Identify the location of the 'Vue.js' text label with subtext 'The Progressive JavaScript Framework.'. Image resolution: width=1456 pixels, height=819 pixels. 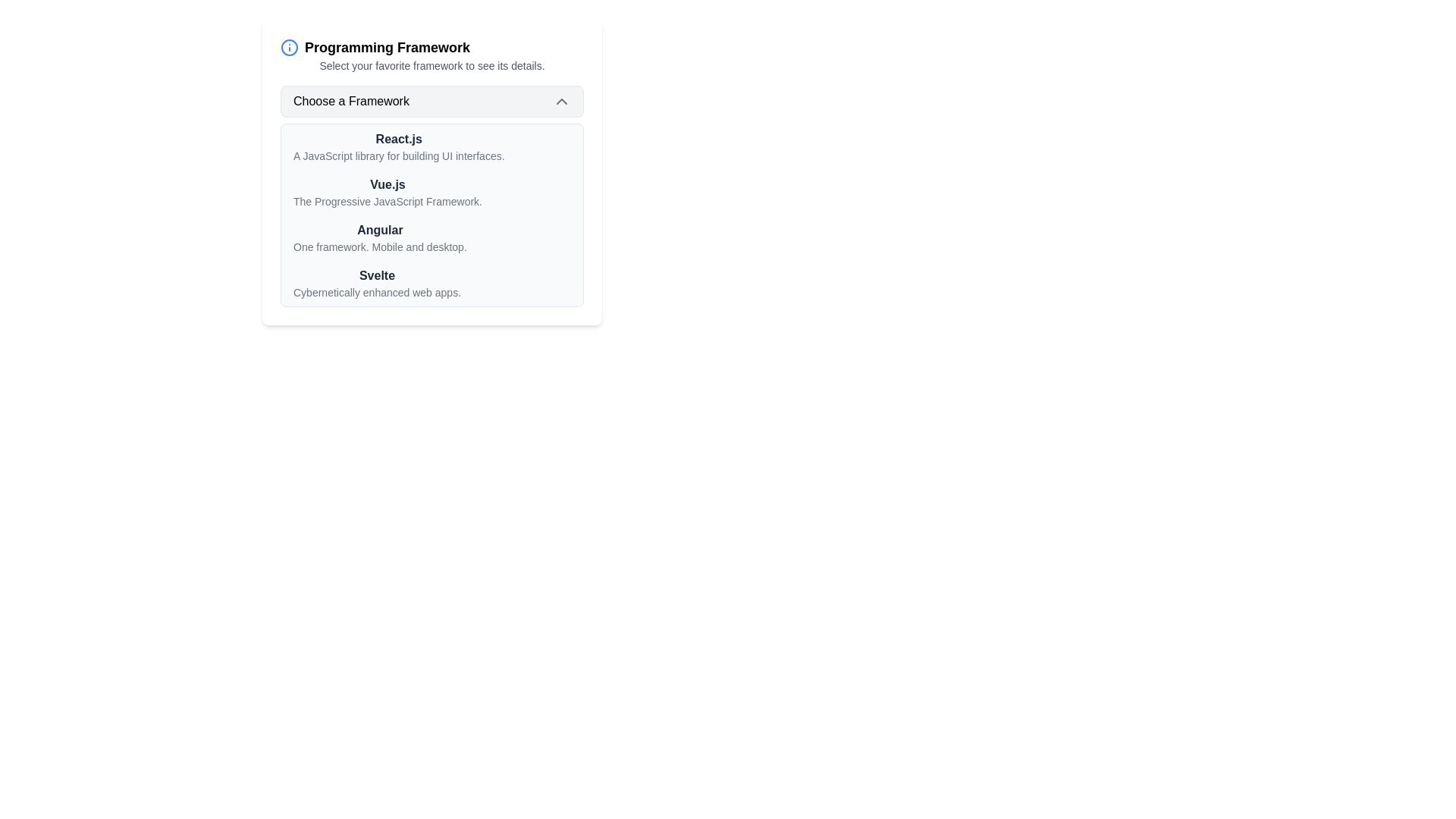
(388, 192).